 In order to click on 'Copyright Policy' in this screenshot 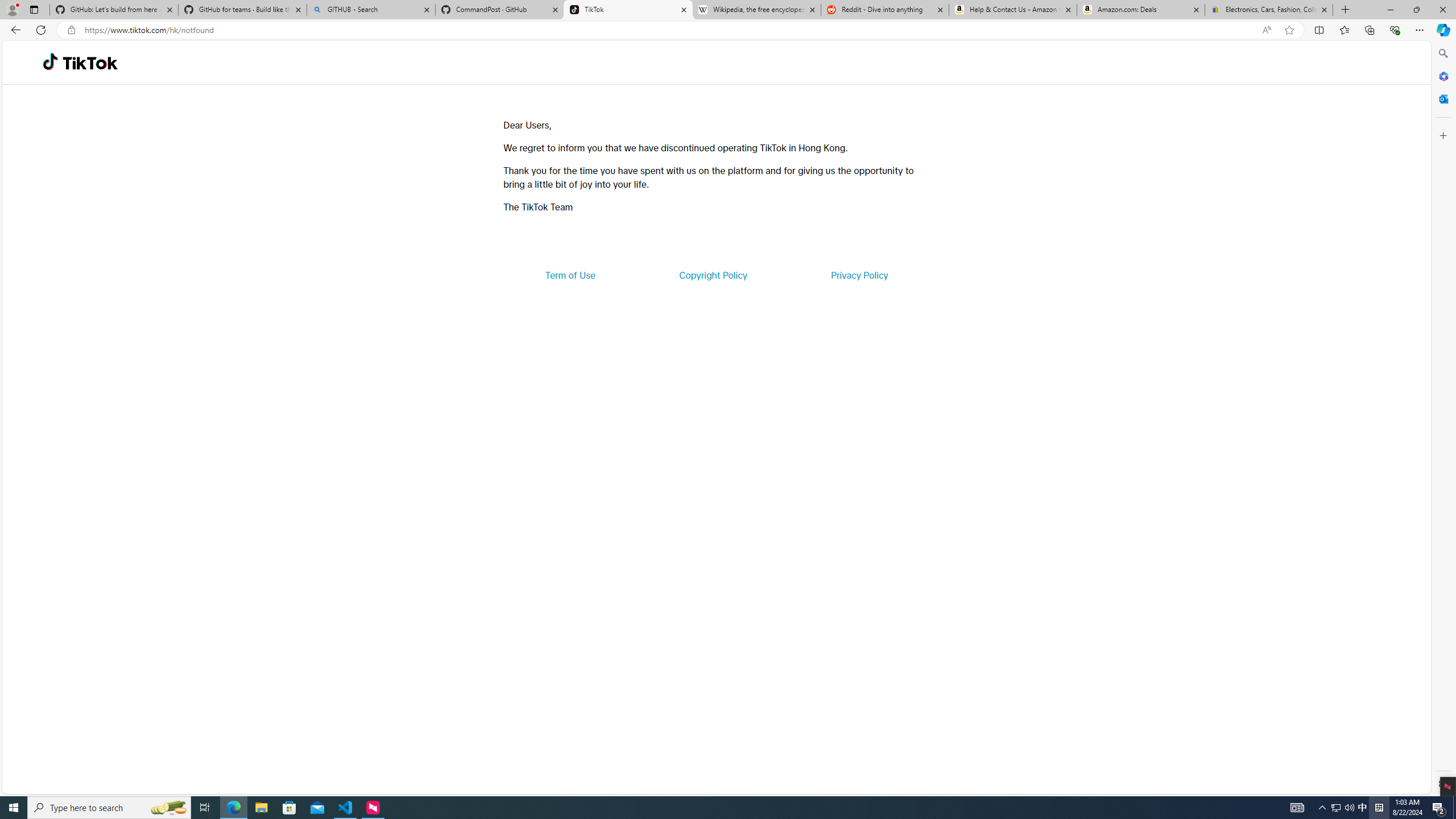, I will do `click(712, 274)`.